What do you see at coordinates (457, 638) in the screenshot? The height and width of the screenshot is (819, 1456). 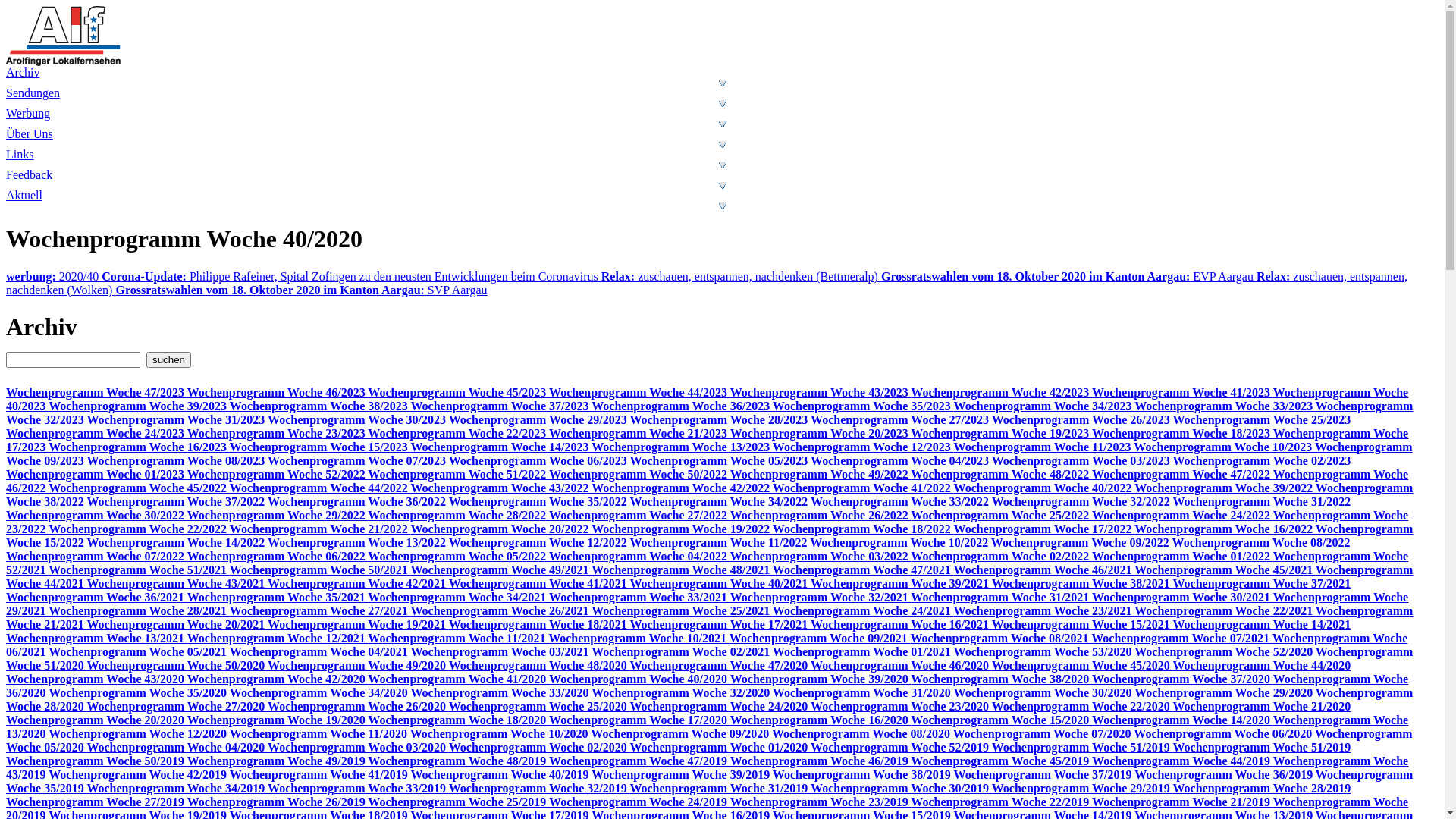 I see `'Wochenprogramm Woche 11/2021'` at bounding box center [457, 638].